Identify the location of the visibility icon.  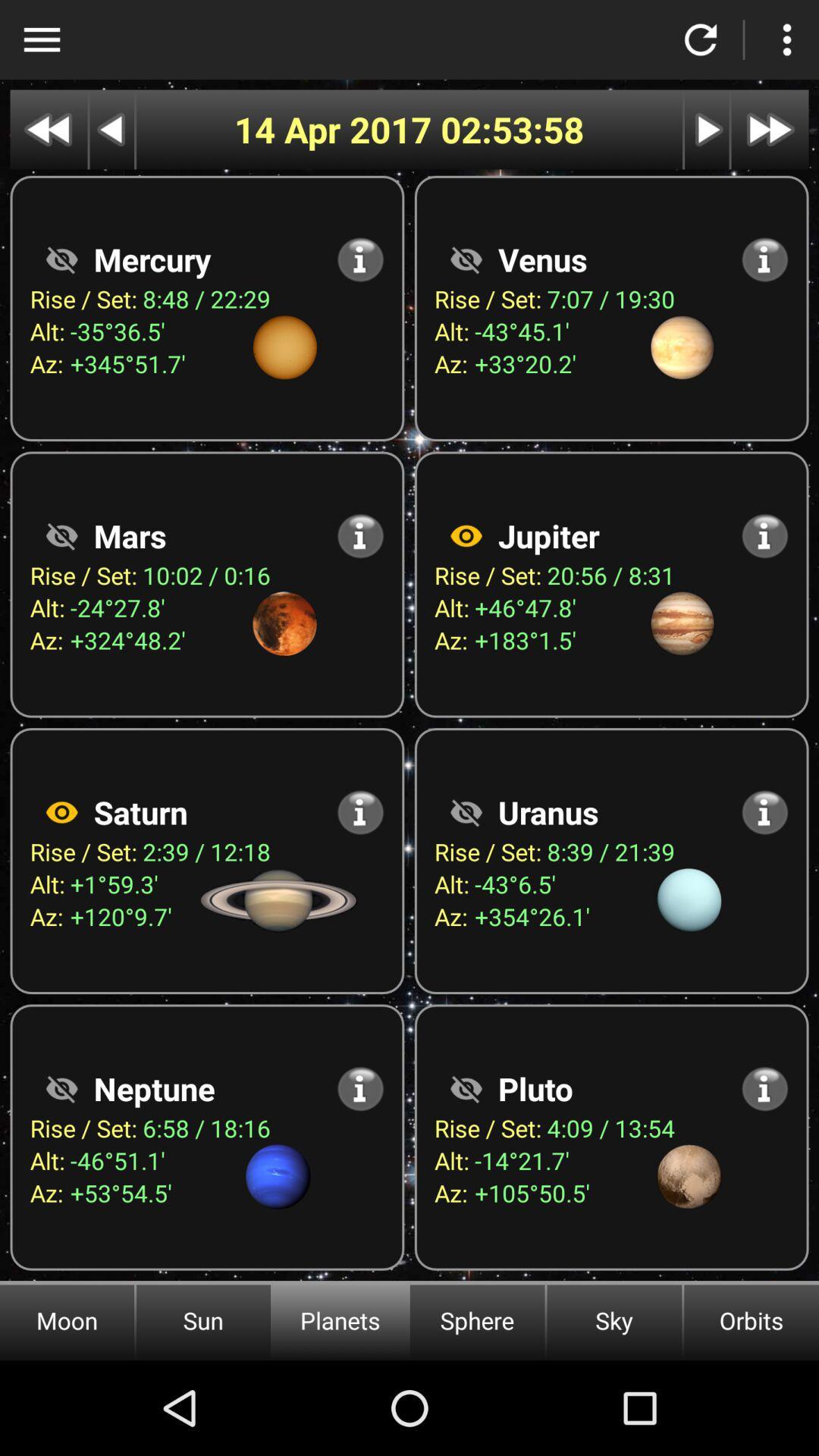
(465, 259).